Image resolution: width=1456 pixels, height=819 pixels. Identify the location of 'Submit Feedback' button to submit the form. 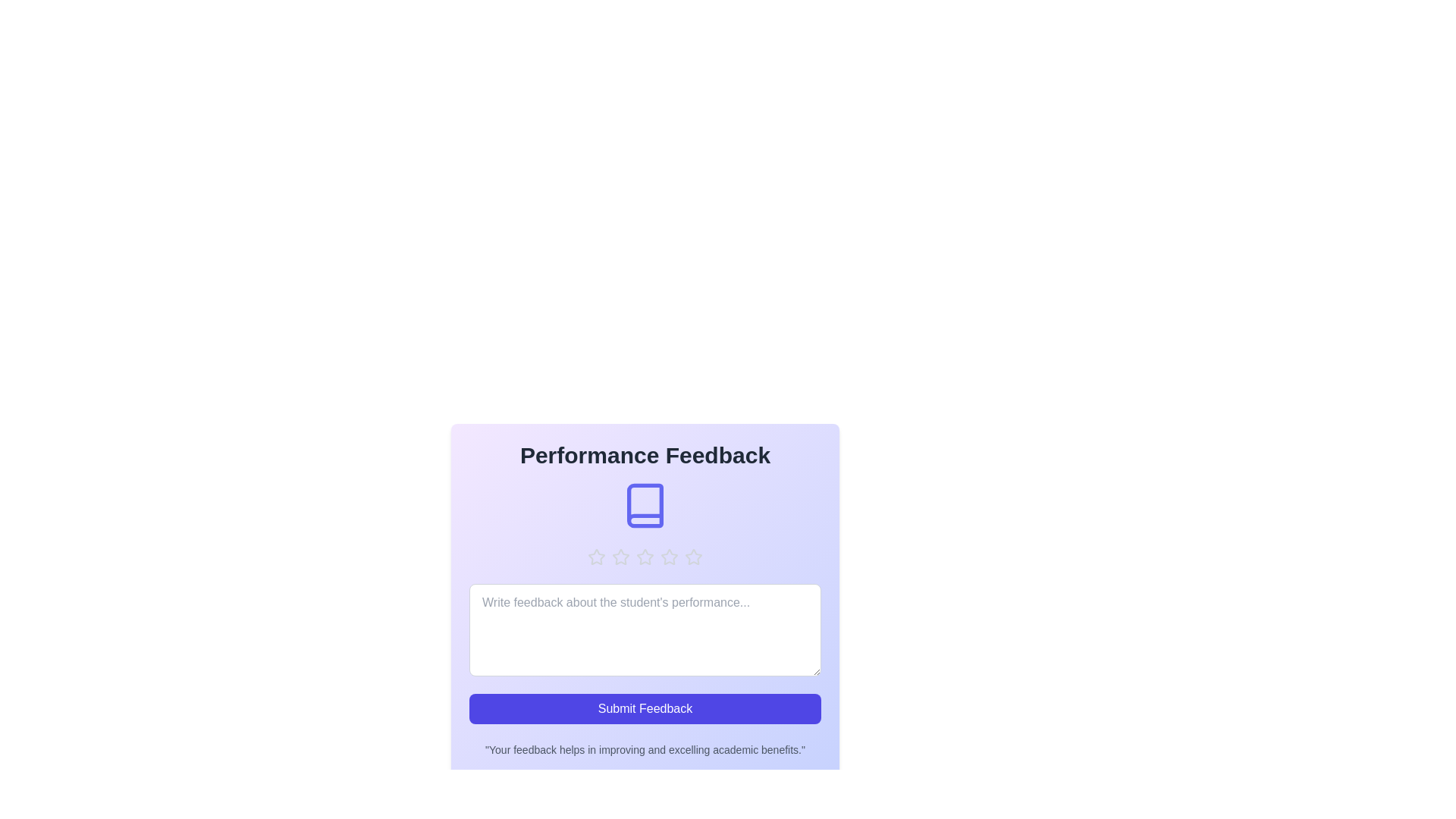
(645, 708).